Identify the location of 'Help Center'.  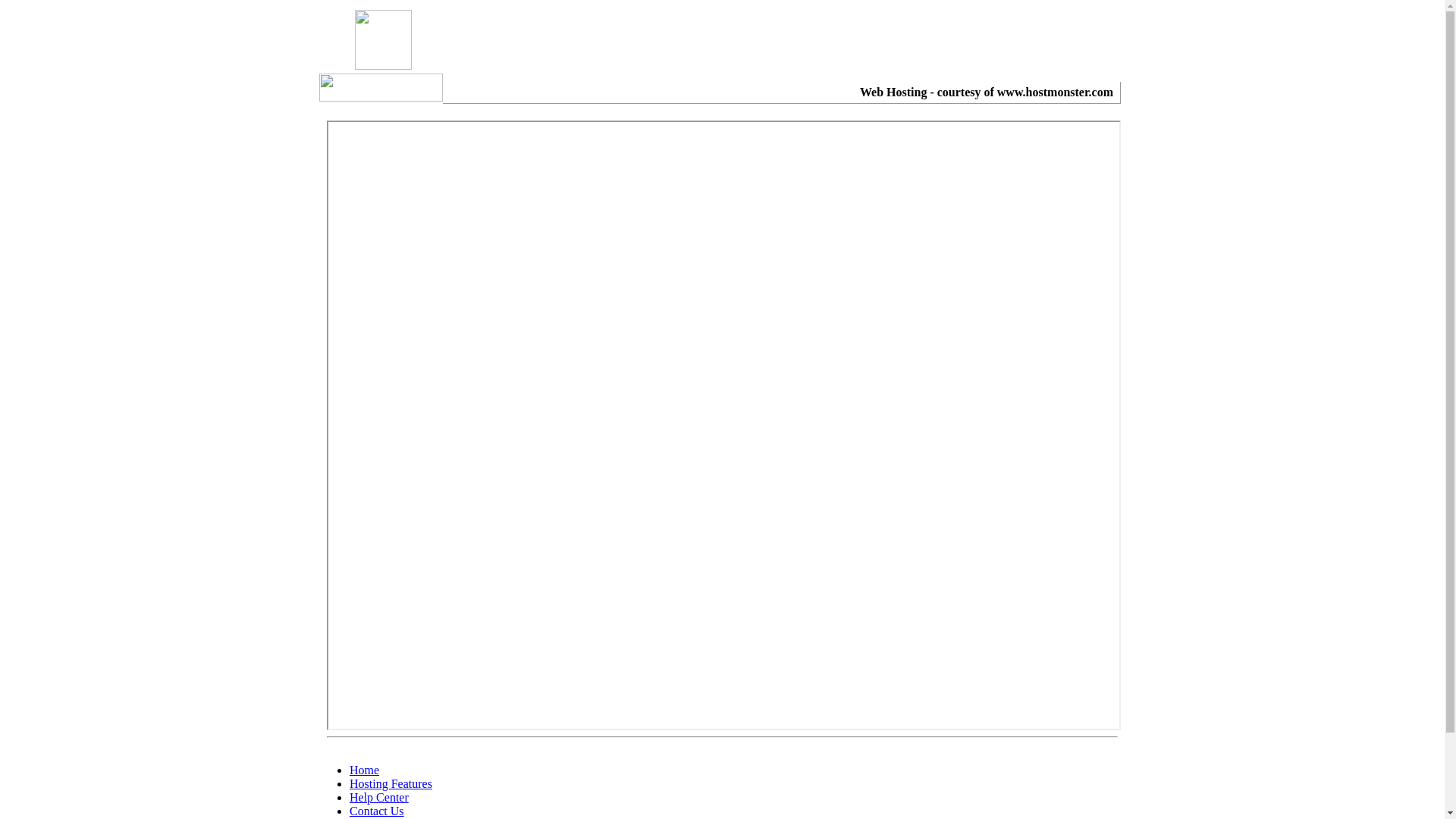
(348, 796).